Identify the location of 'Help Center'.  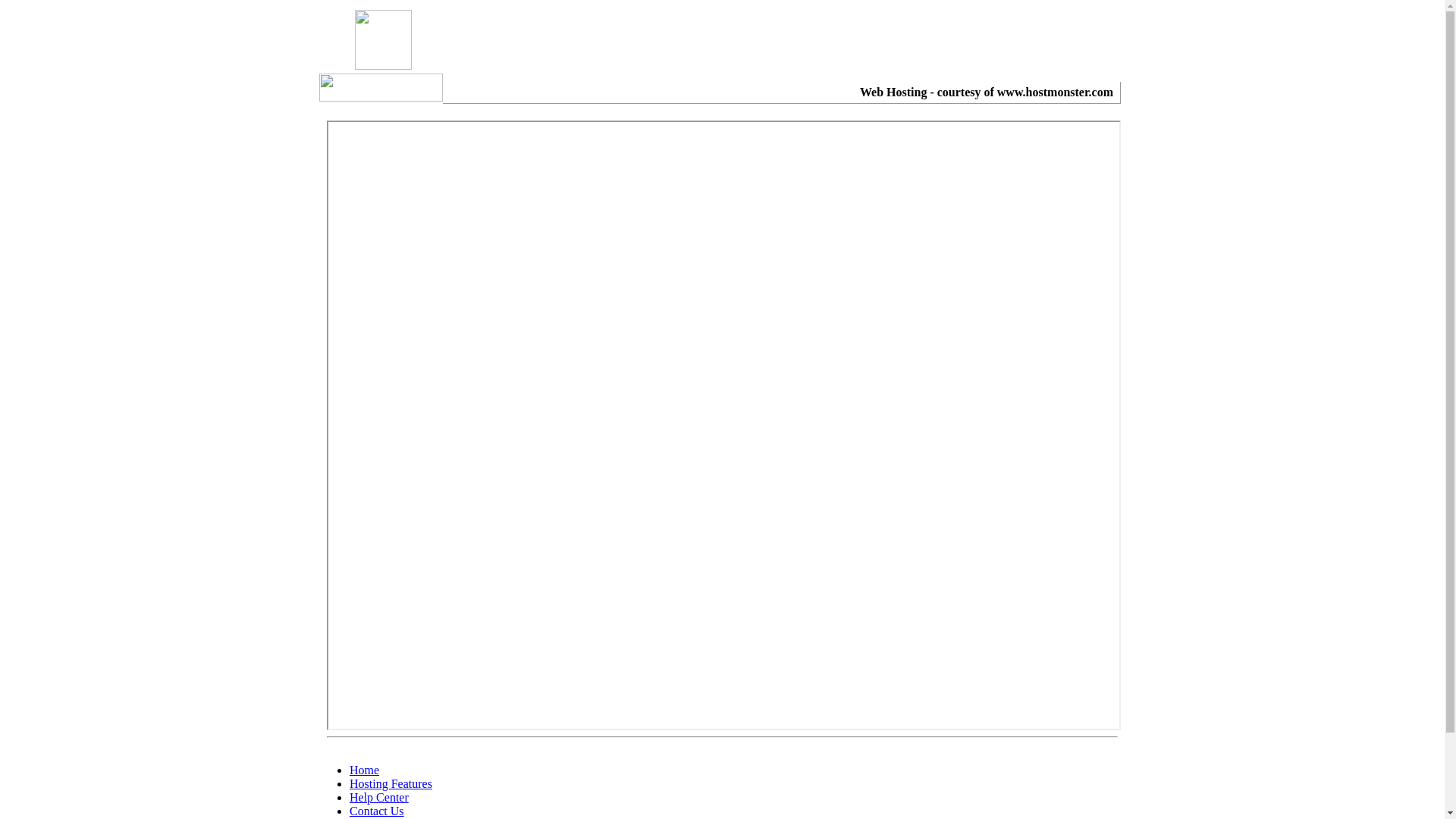
(348, 796).